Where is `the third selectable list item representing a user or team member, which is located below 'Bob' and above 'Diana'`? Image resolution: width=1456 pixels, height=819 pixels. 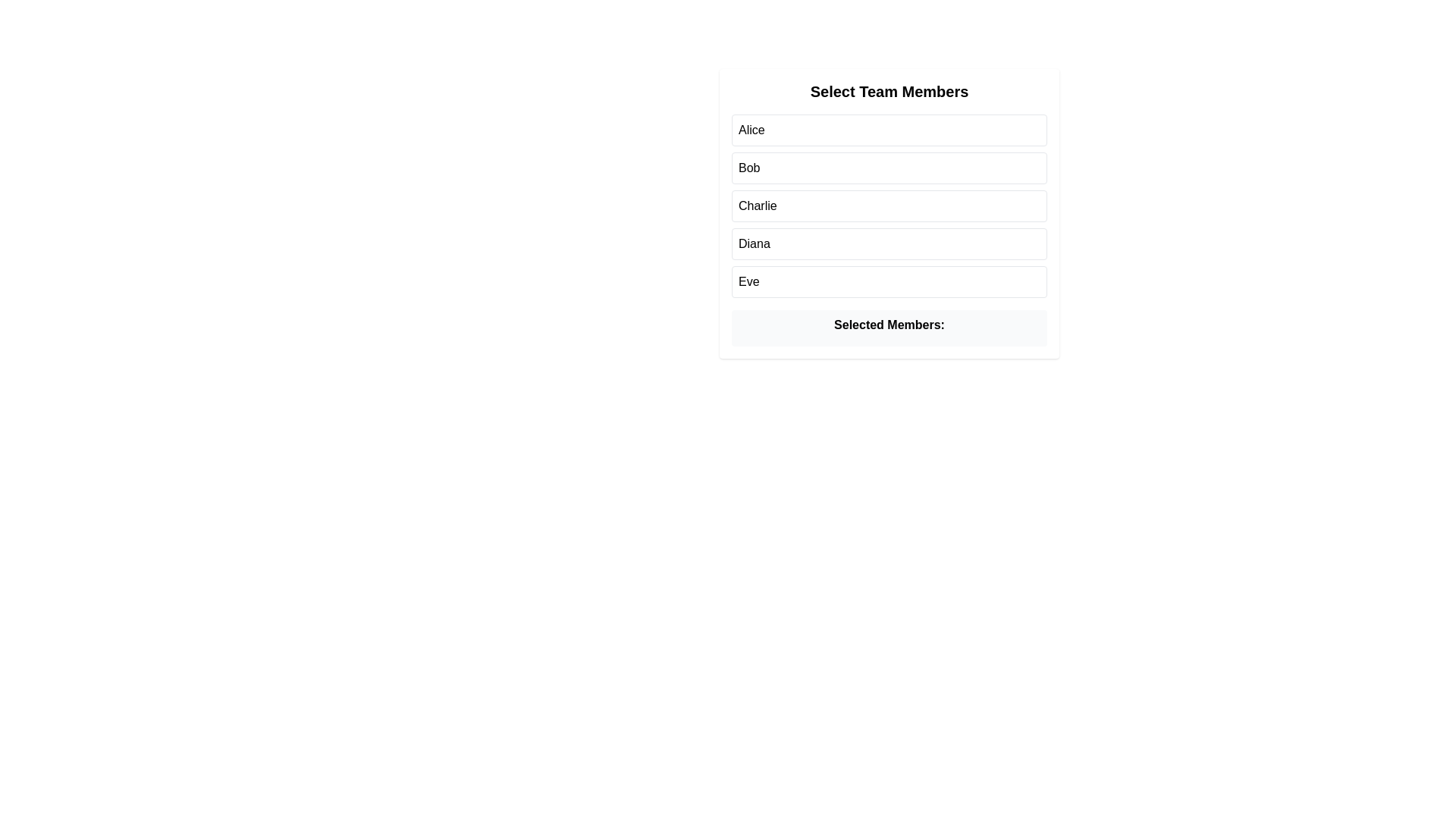 the third selectable list item representing a user or team member, which is located below 'Bob' and above 'Diana' is located at coordinates (889, 206).